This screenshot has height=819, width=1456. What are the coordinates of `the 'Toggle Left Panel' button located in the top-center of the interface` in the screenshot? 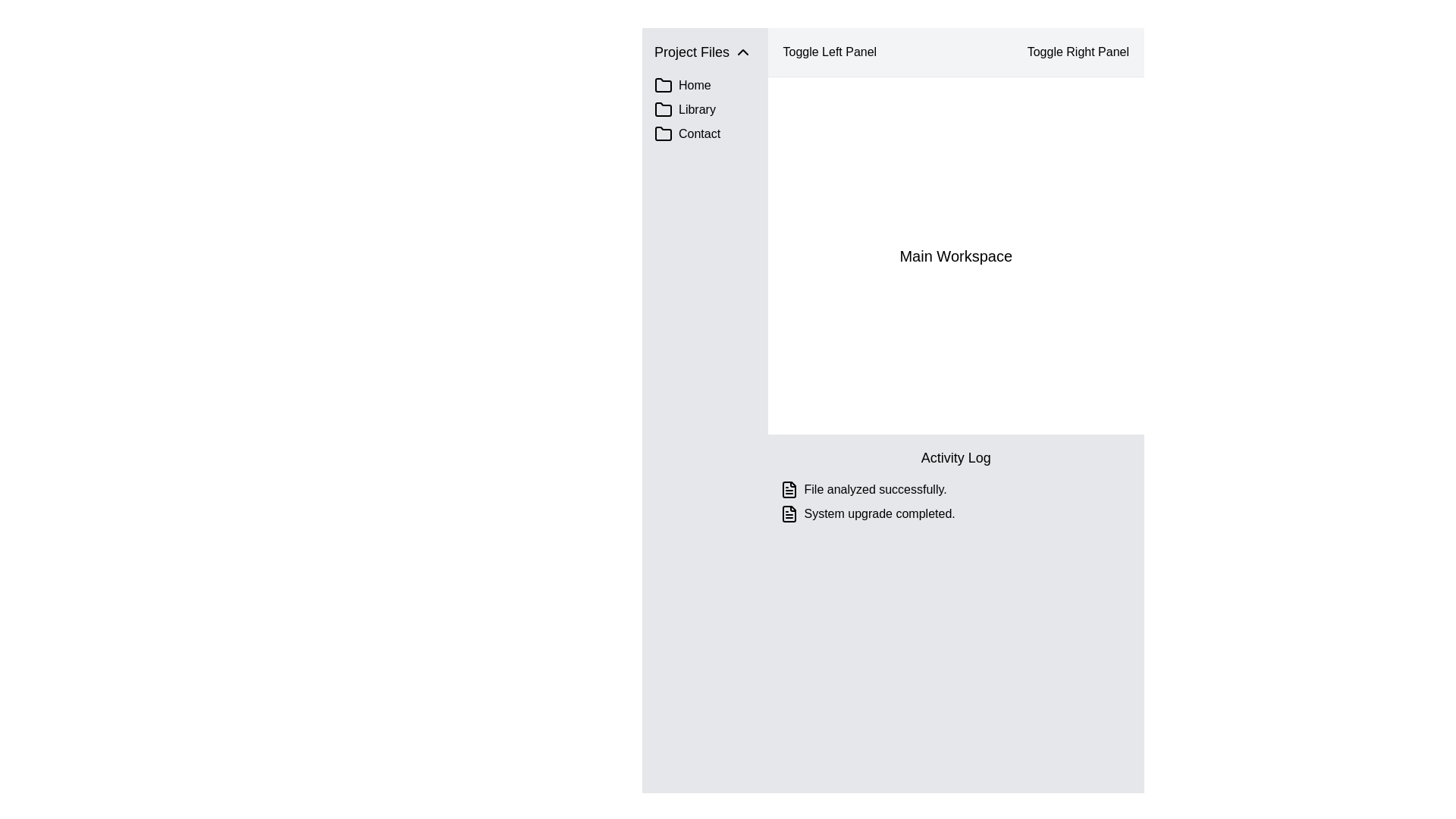 It's located at (829, 52).